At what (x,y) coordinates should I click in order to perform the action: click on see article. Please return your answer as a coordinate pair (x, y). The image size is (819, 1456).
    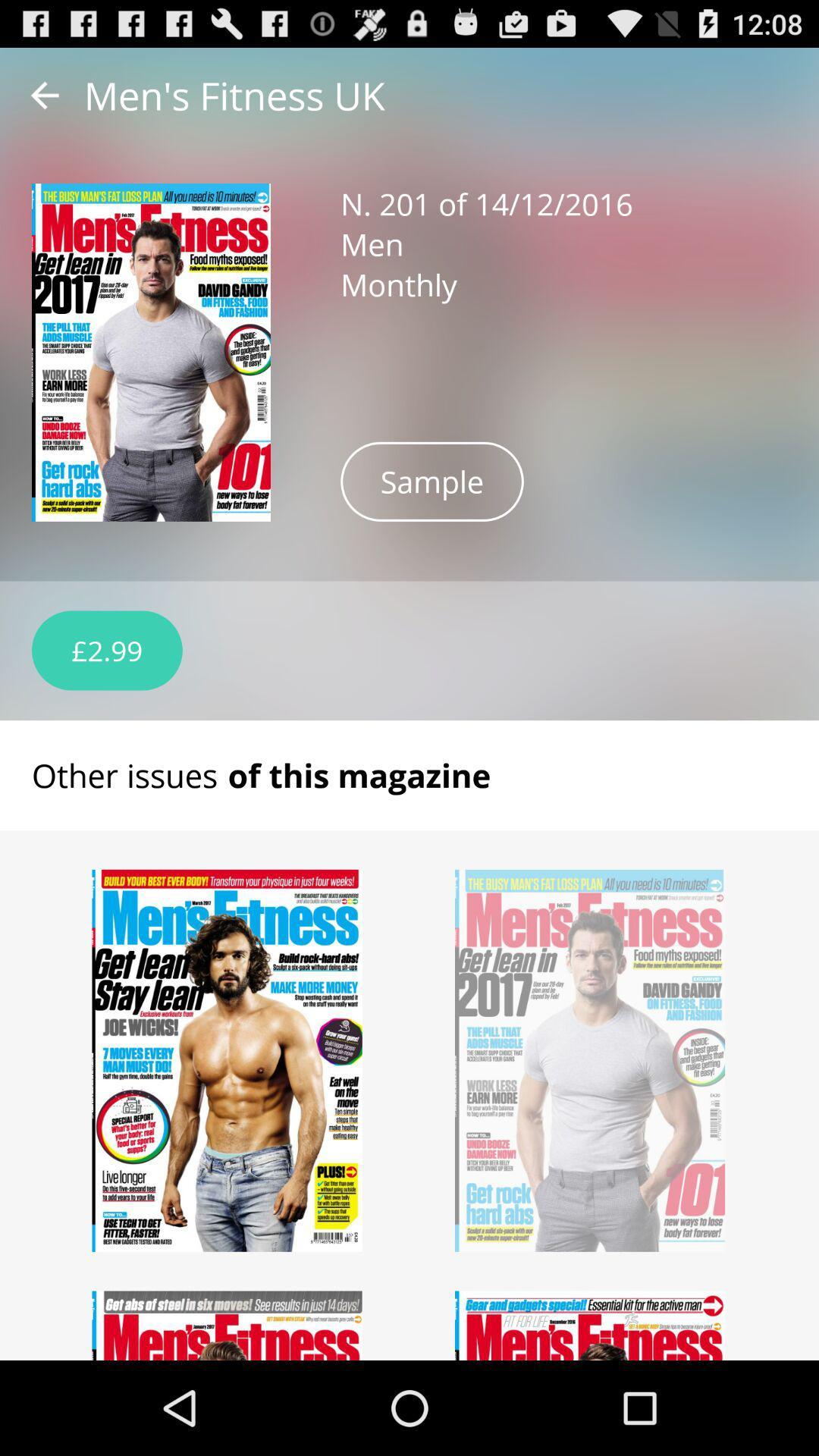
    Looking at the image, I should click on (589, 1325).